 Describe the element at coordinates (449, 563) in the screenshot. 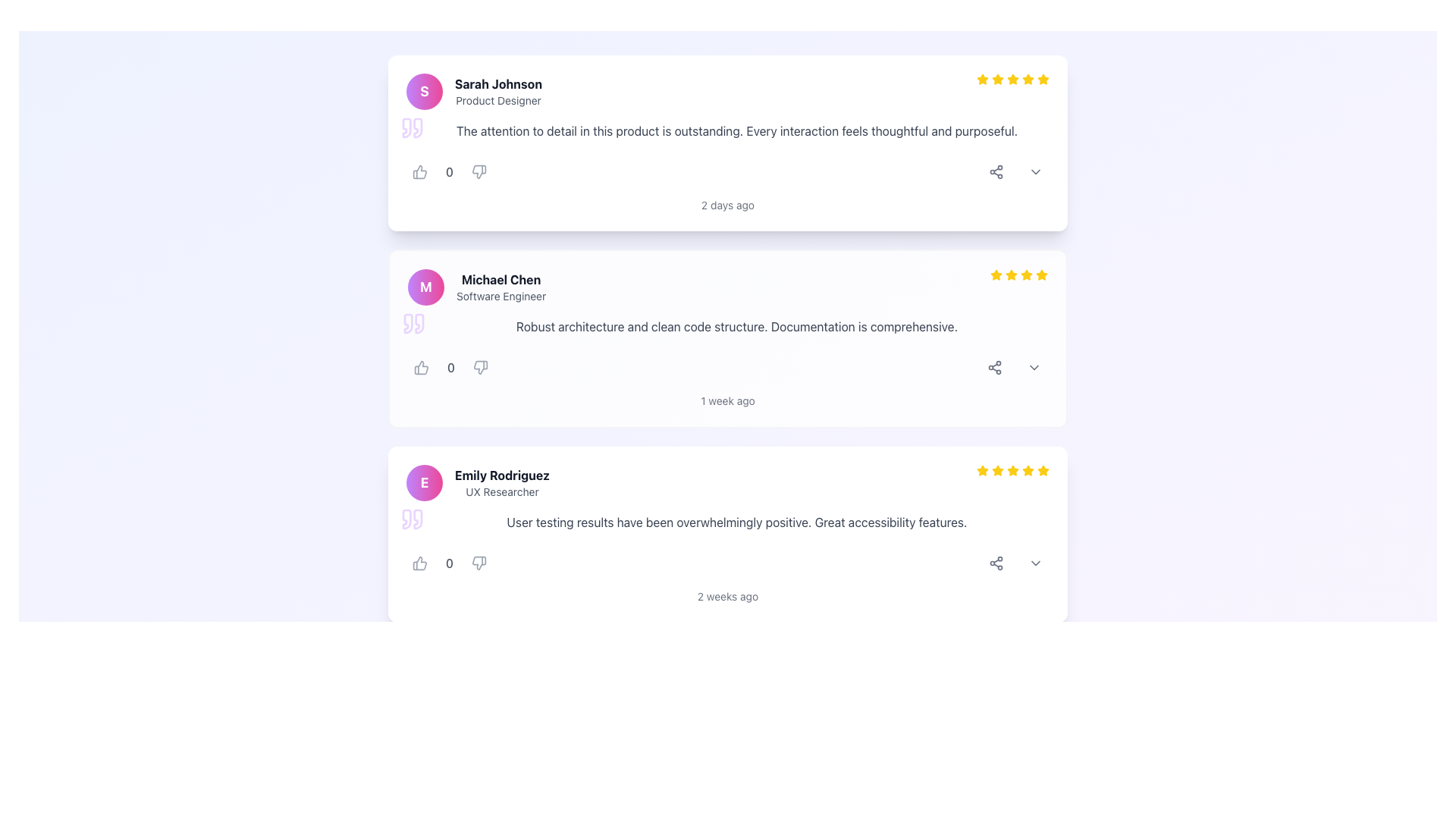

I see `the small text component displaying the number '0' in gray, which is positioned next to the thumbs-up icon within the user feedback card` at that location.